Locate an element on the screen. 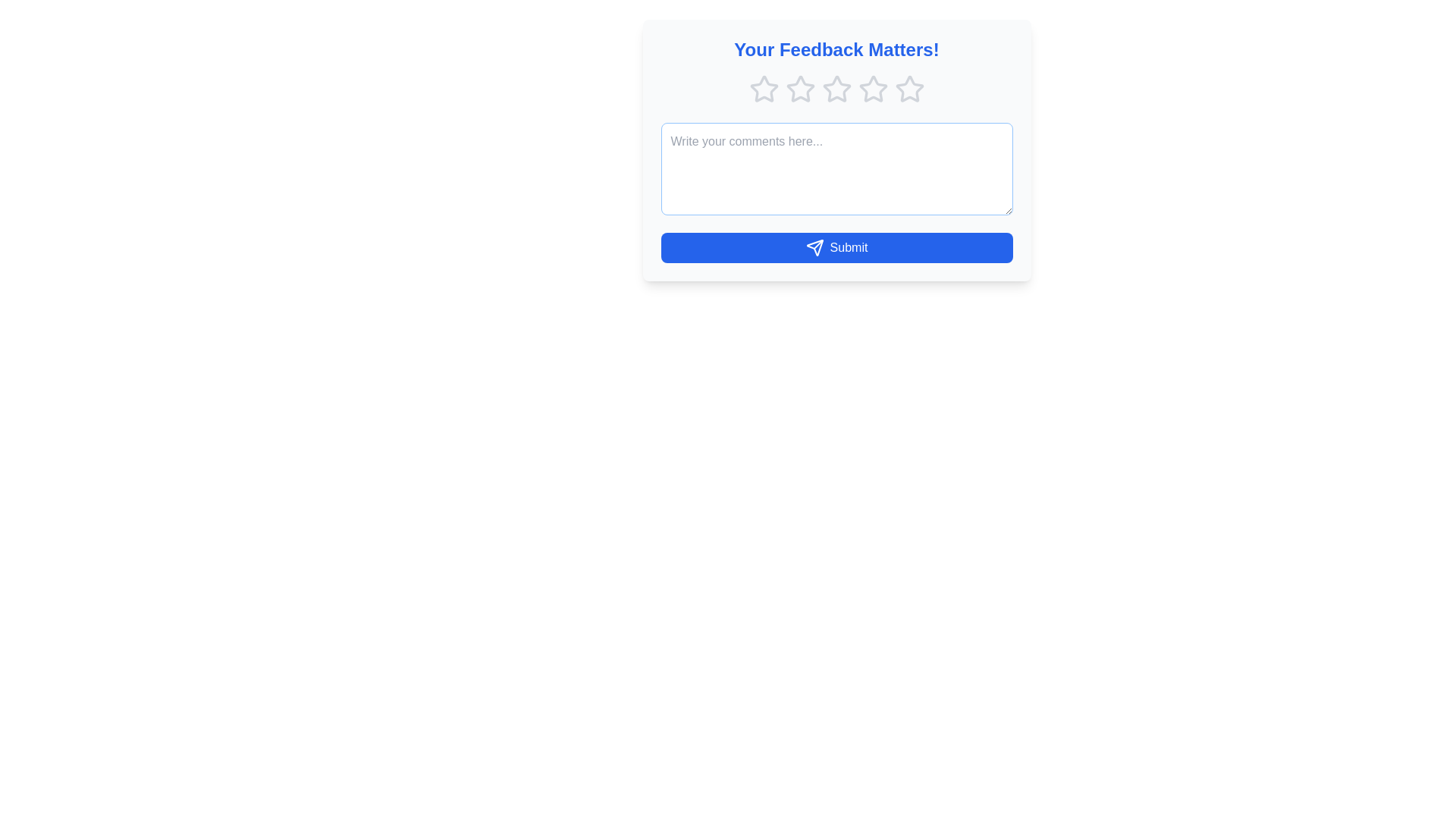 This screenshot has height=819, width=1456. the fifth star icon, which is light gray and part of the rating mechanism is located at coordinates (909, 89).